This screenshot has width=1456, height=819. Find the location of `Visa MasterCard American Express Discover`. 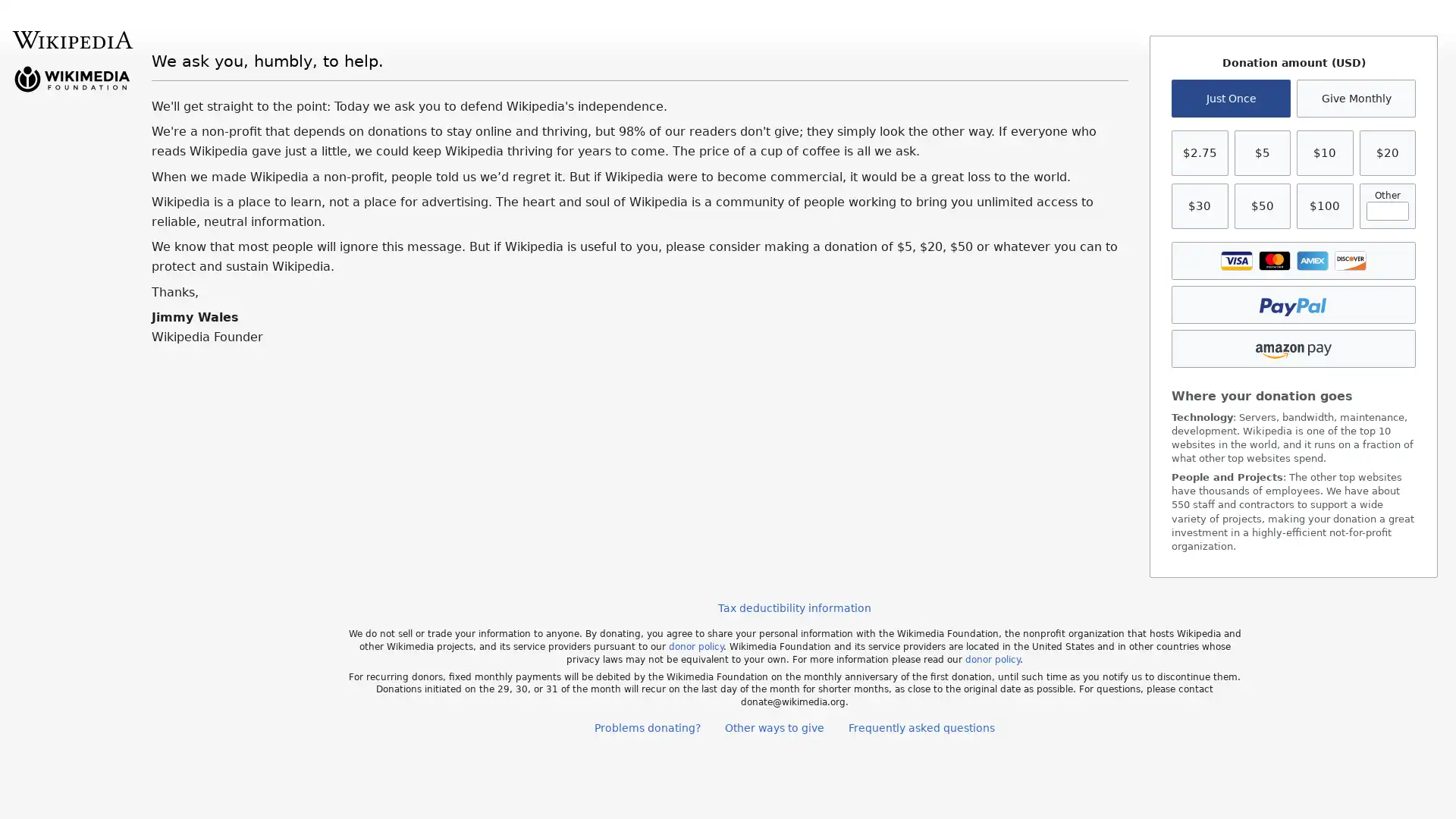

Visa MasterCard American Express Discover is located at coordinates (1292, 259).